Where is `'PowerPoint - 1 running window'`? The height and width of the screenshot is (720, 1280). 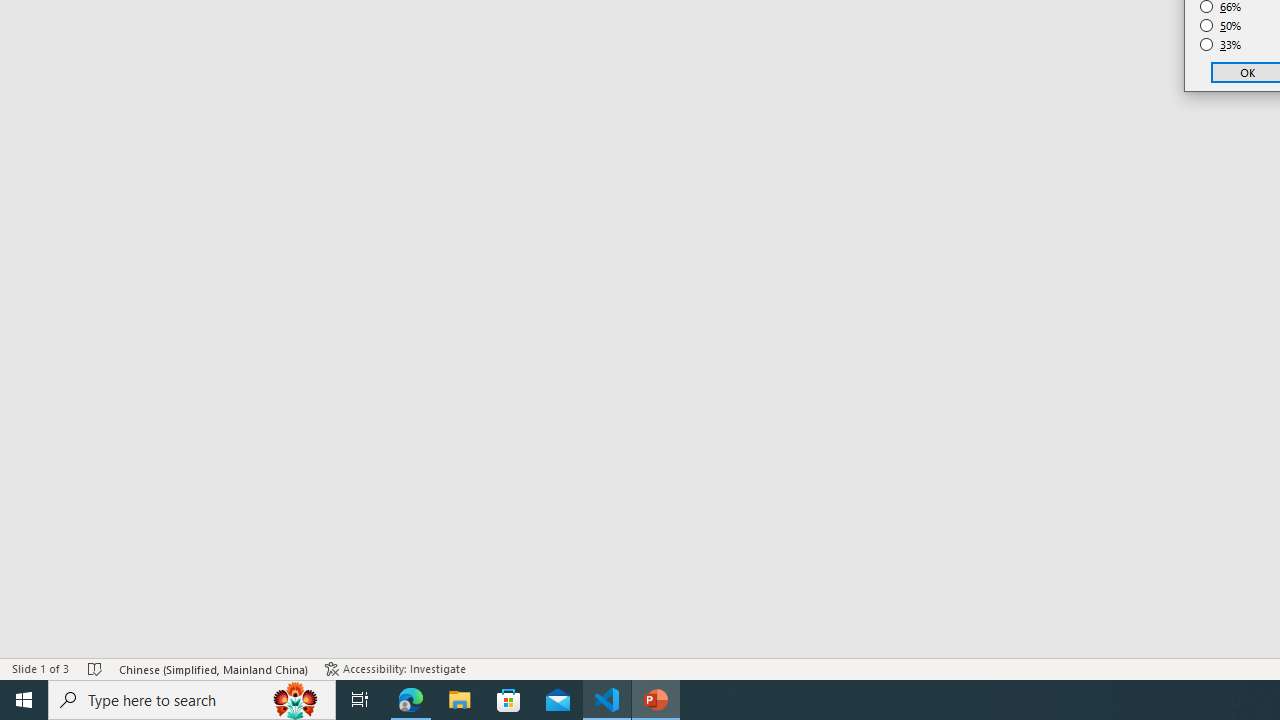
'PowerPoint - 1 running window' is located at coordinates (656, 698).